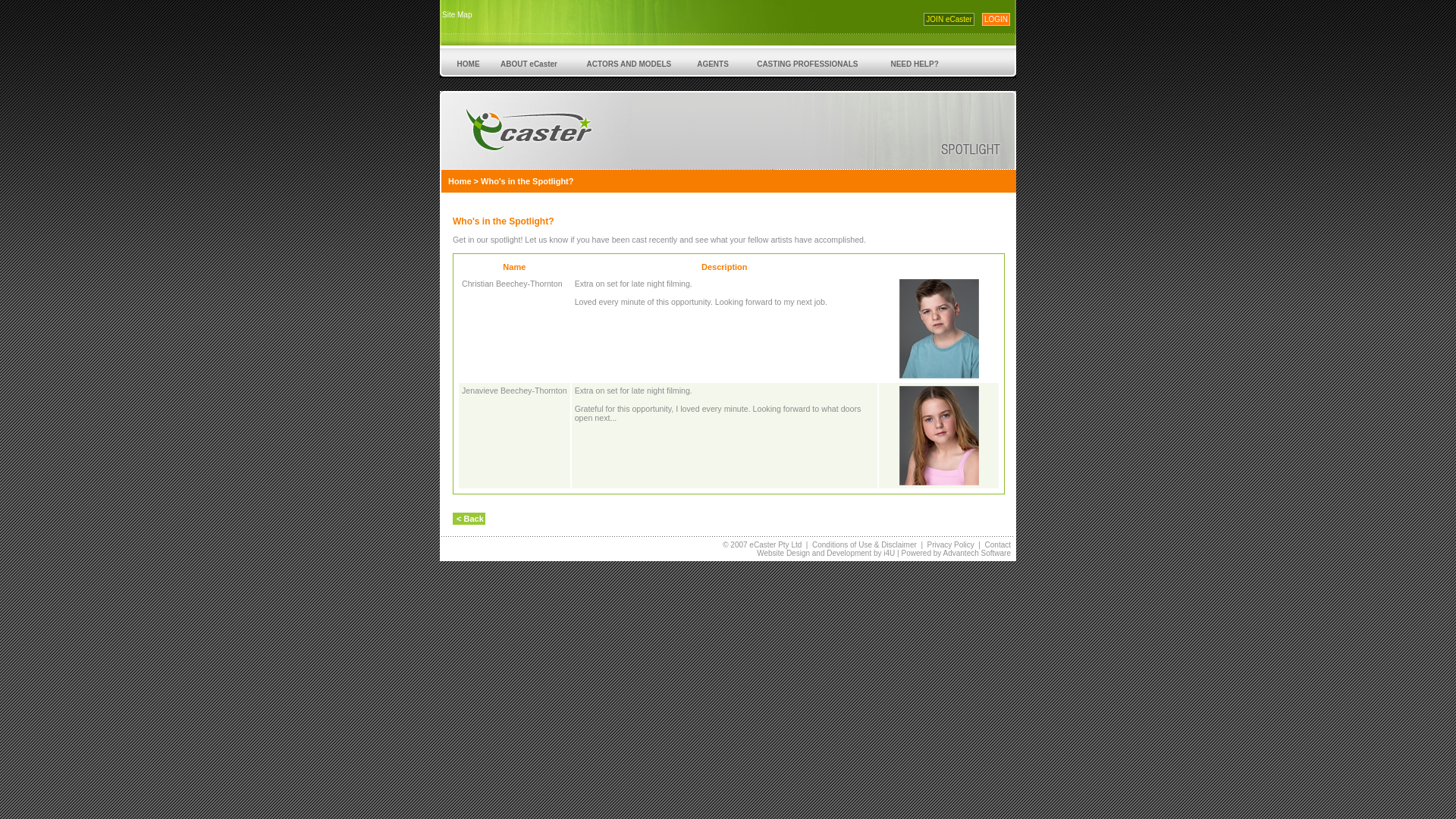 The image size is (1456, 819). What do you see at coordinates (528, 62) in the screenshot?
I see `' ABOUT eCaster '` at bounding box center [528, 62].